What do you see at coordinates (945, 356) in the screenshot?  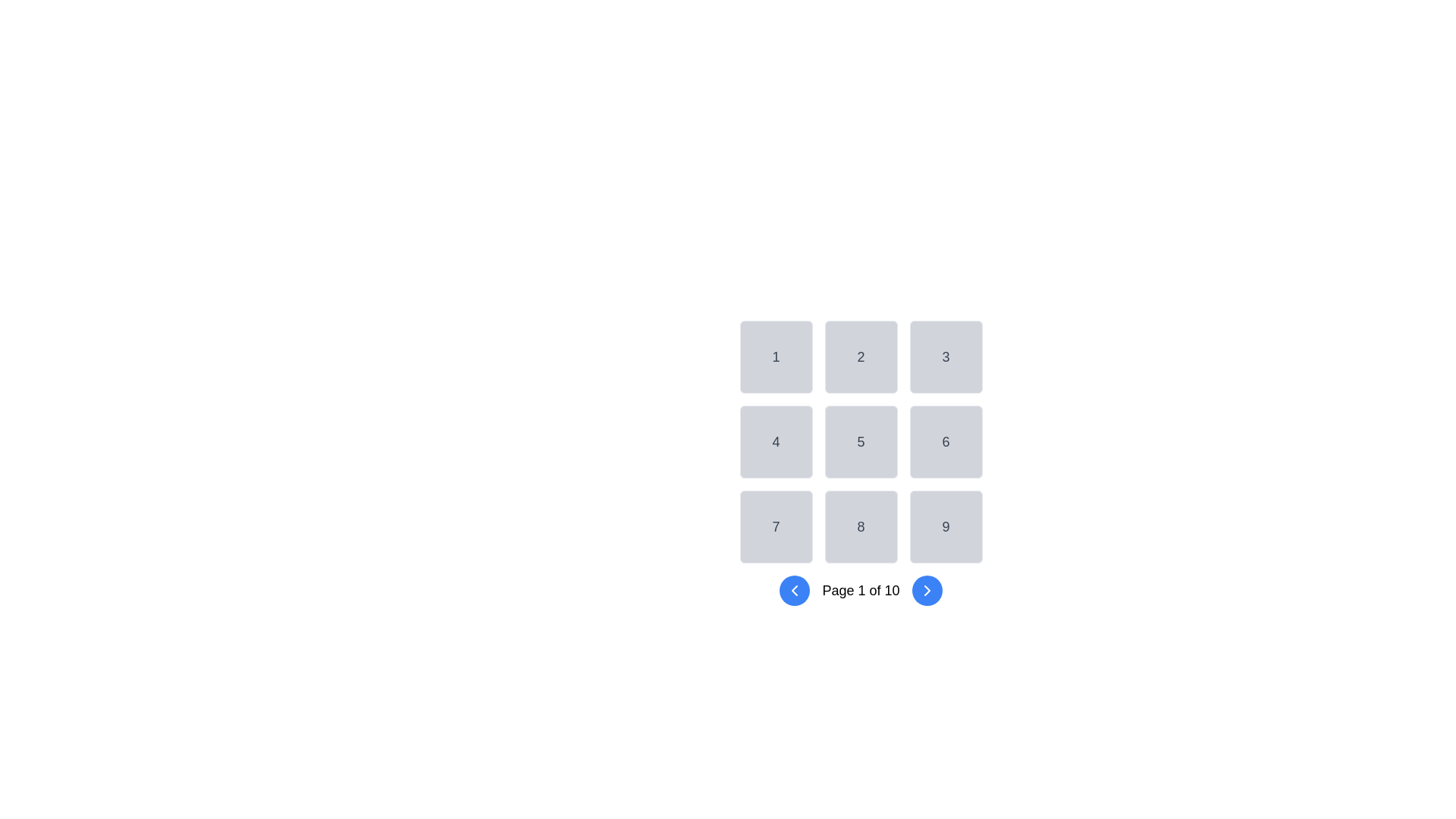 I see `the grid cell located in the first row and third column of the numeric keypad` at bounding box center [945, 356].